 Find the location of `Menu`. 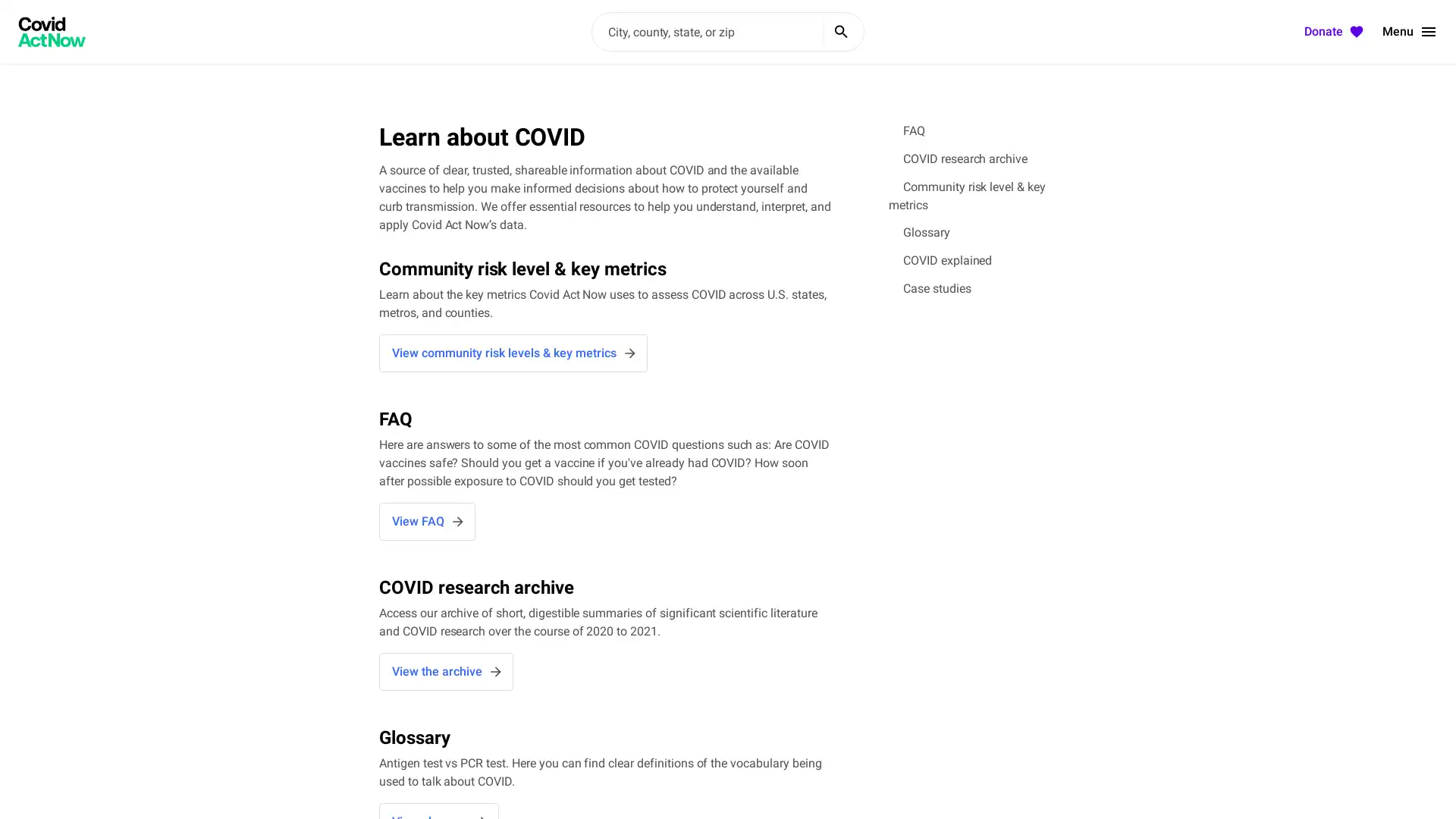

Menu is located at coordinates (1409, 32).